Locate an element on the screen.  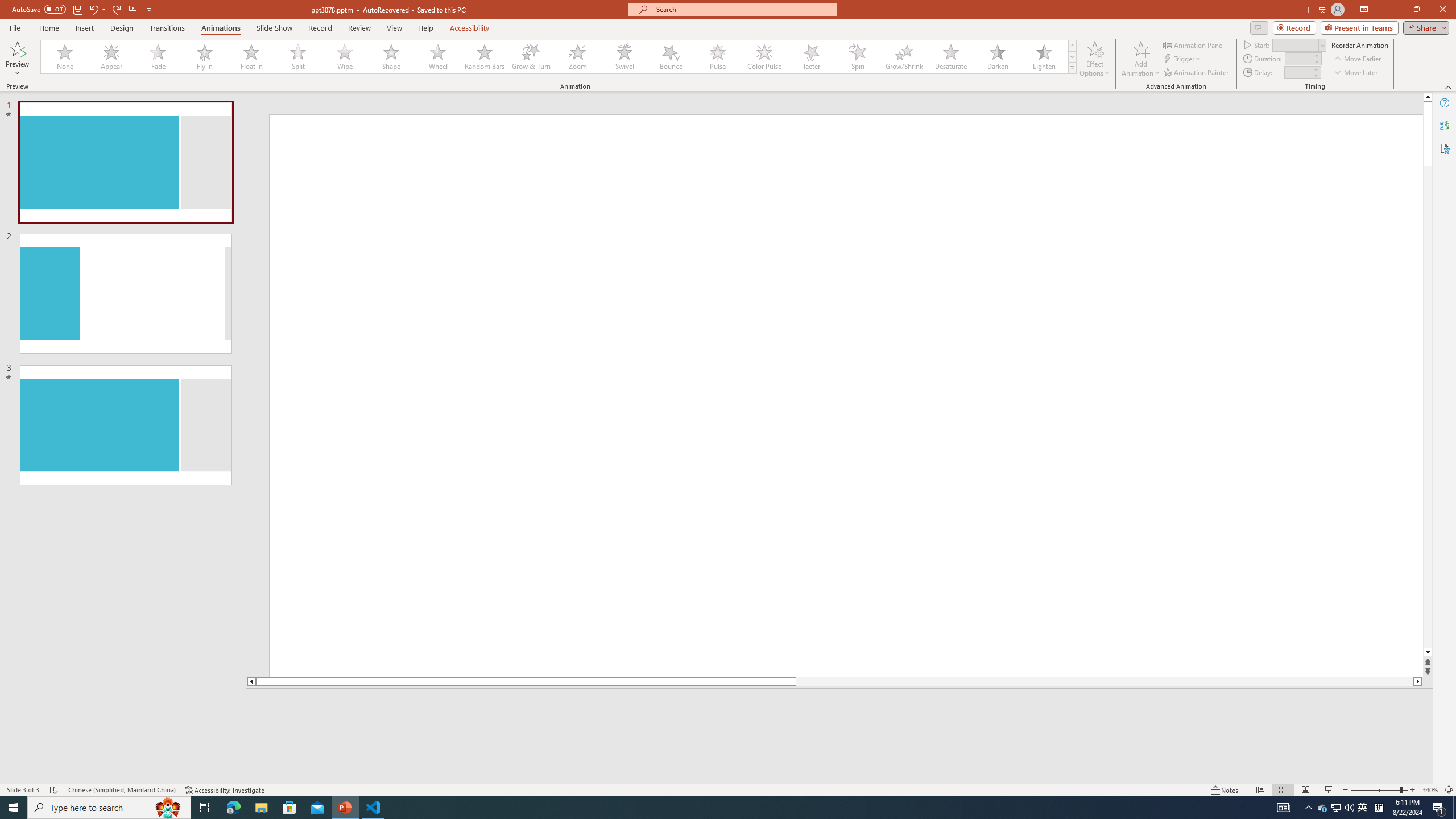
'Spin' is located at coordinates (857, 56).